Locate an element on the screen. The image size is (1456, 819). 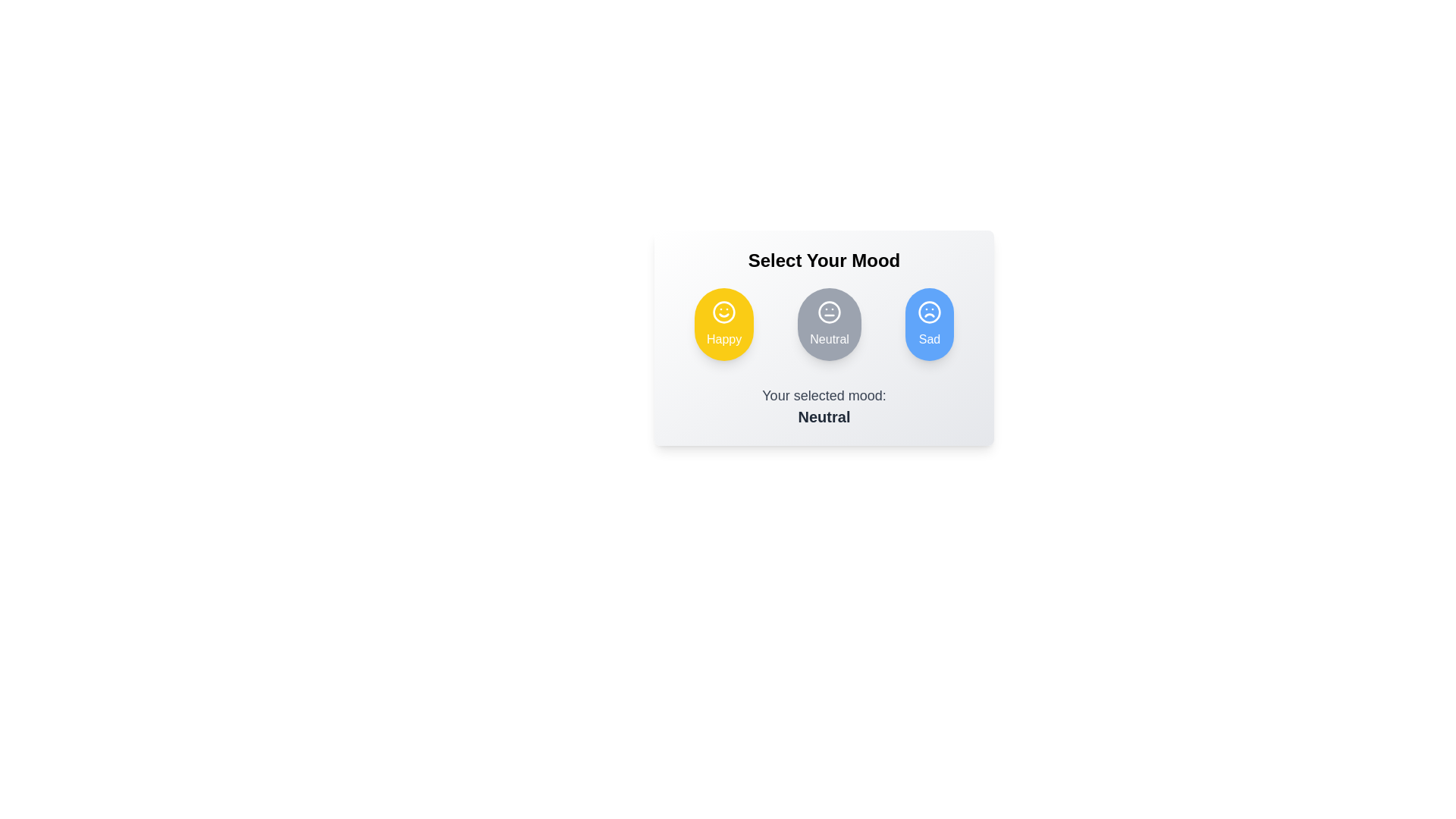
the frowning face icon in the blue circular button labeled 'Sad' is located at coordinates (928, 312).